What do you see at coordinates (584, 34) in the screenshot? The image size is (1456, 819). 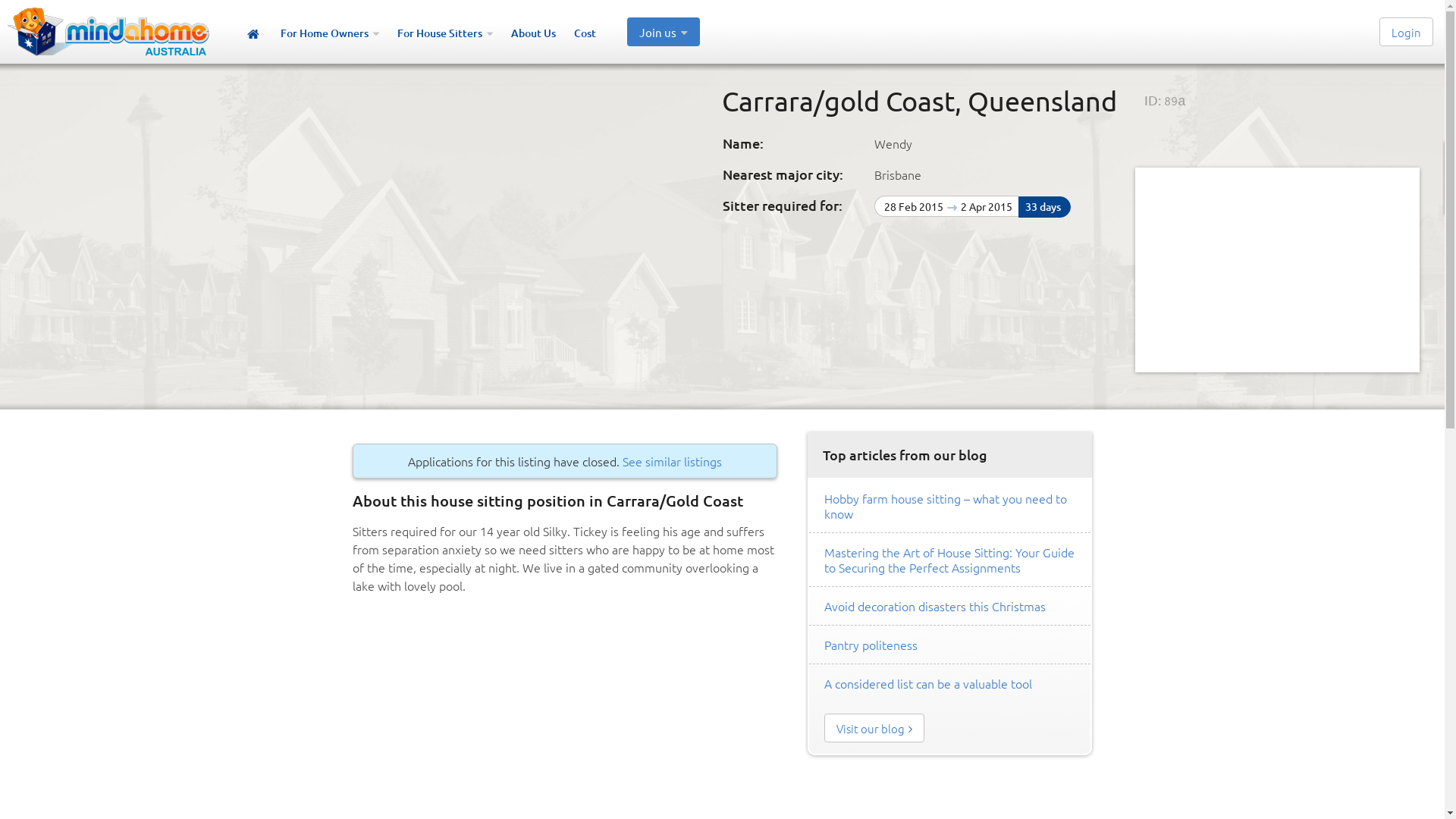 I see `'Cost'` at bounding box center [584, 34].